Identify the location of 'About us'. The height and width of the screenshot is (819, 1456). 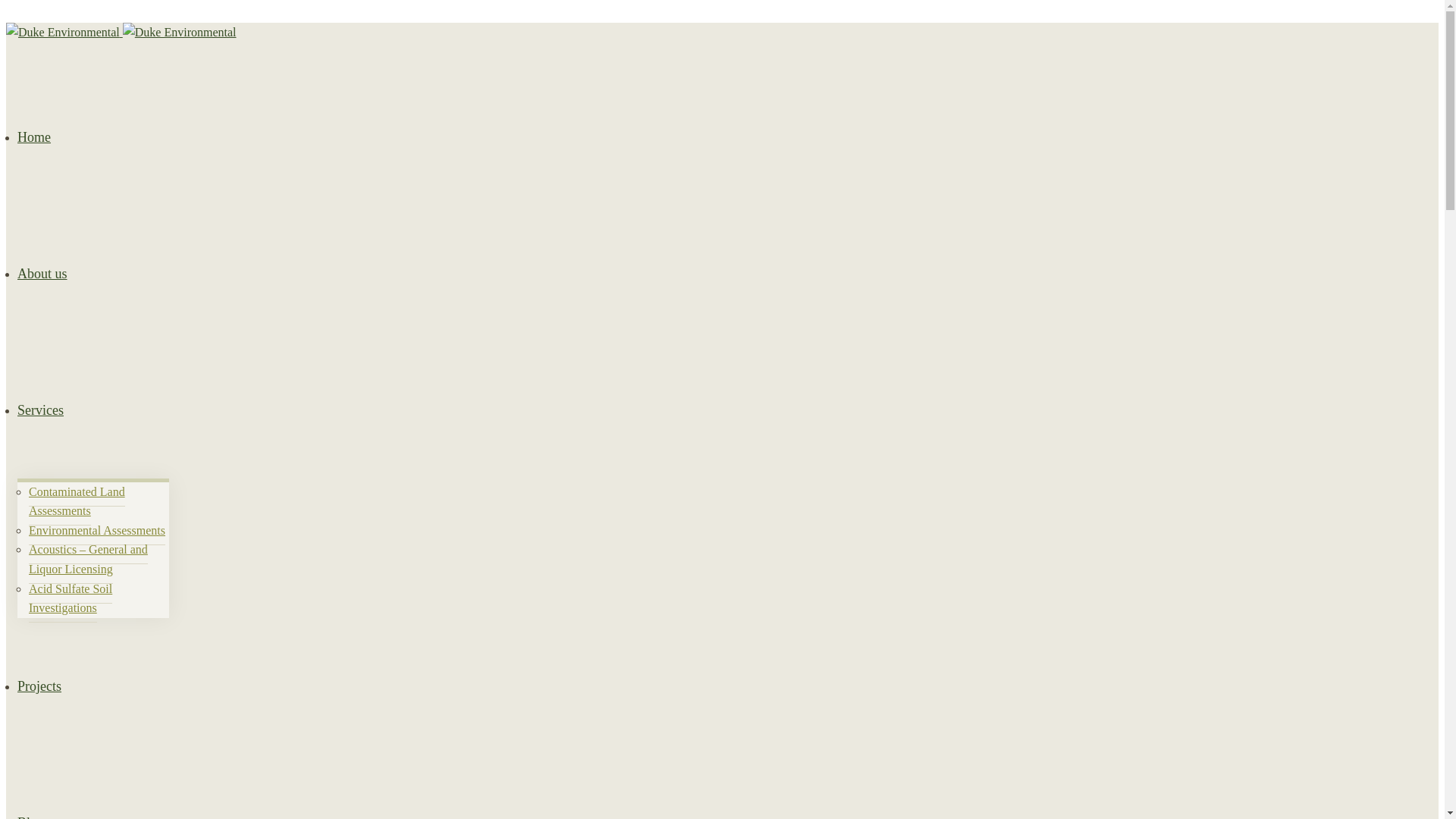
(42, 274).